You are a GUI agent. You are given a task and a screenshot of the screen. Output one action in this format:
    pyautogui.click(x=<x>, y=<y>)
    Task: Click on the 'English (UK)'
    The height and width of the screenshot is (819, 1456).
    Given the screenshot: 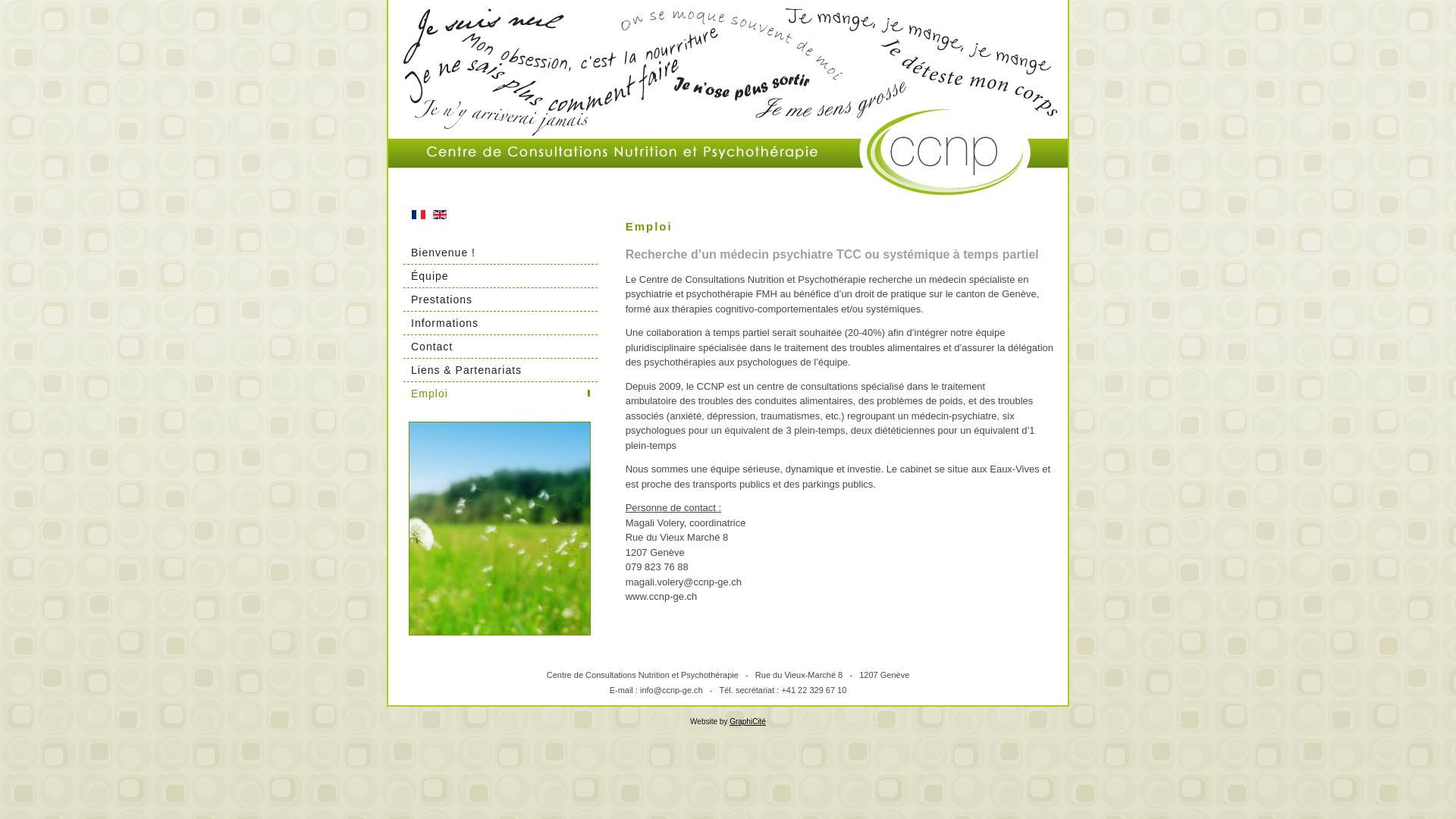 What is the action you would take?
    pyautogui.click(x=432, y=214)
    